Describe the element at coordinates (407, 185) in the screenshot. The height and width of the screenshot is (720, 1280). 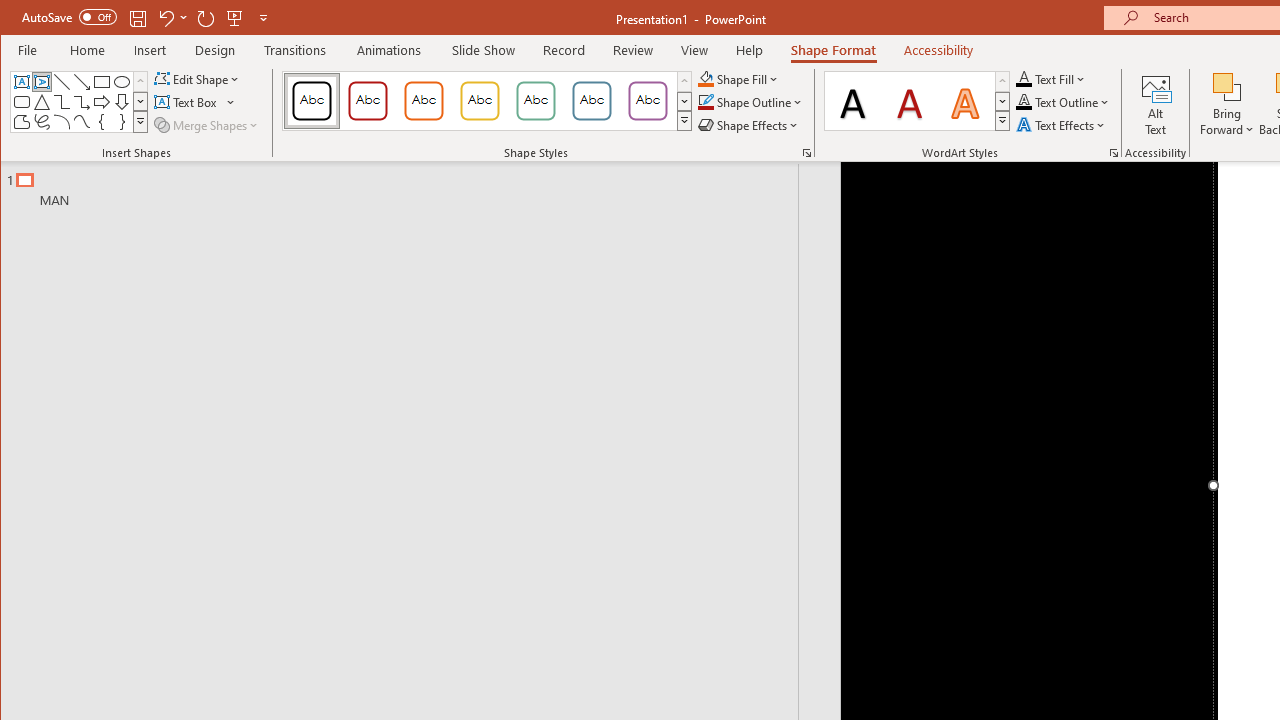
I see `'Outline'` at that location.